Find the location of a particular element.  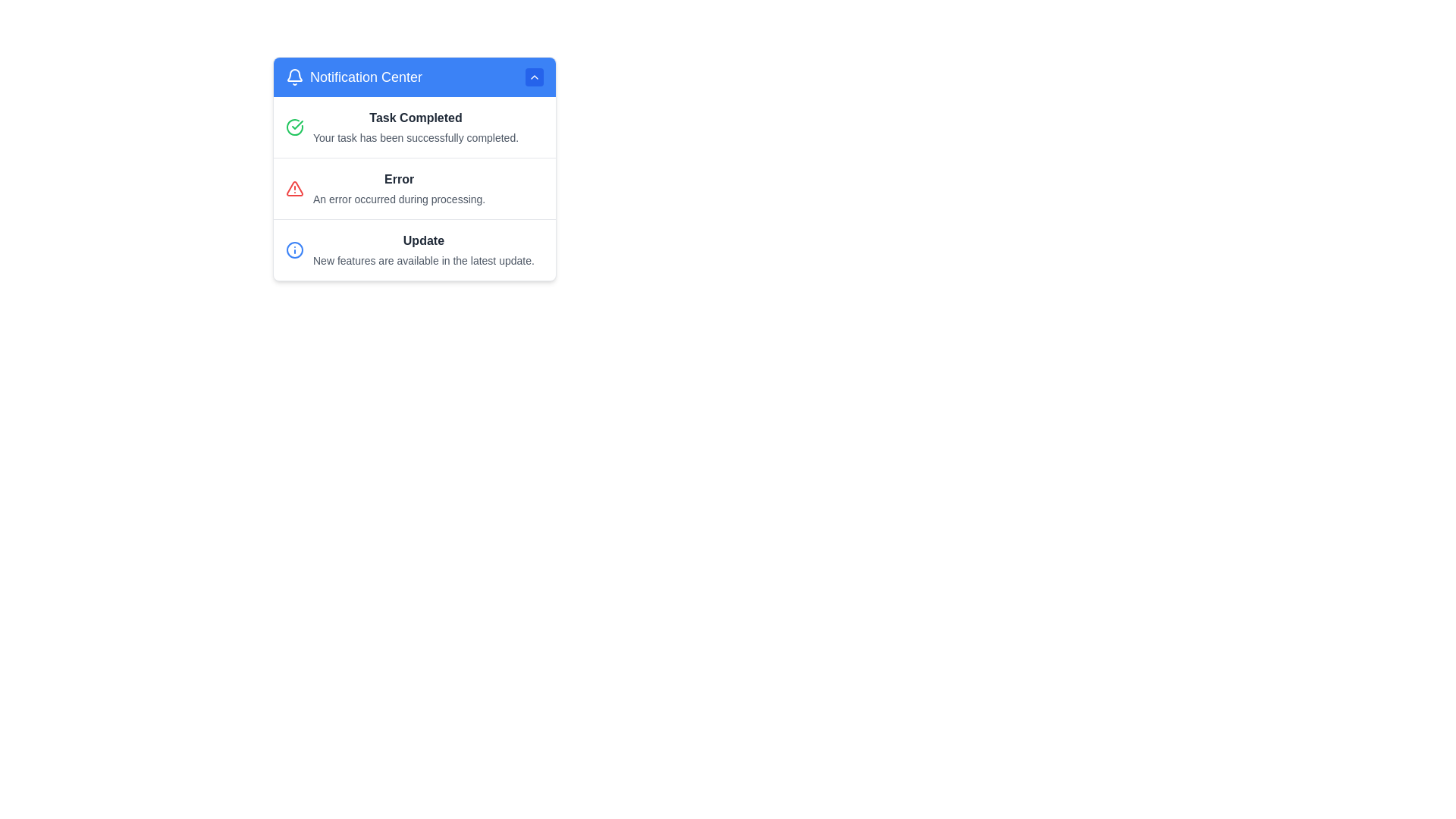

notification titled 'Task Completed' which indicates that the task has been successfully completed, located in the top section of the notification panel is located at coordinates (416, 127).